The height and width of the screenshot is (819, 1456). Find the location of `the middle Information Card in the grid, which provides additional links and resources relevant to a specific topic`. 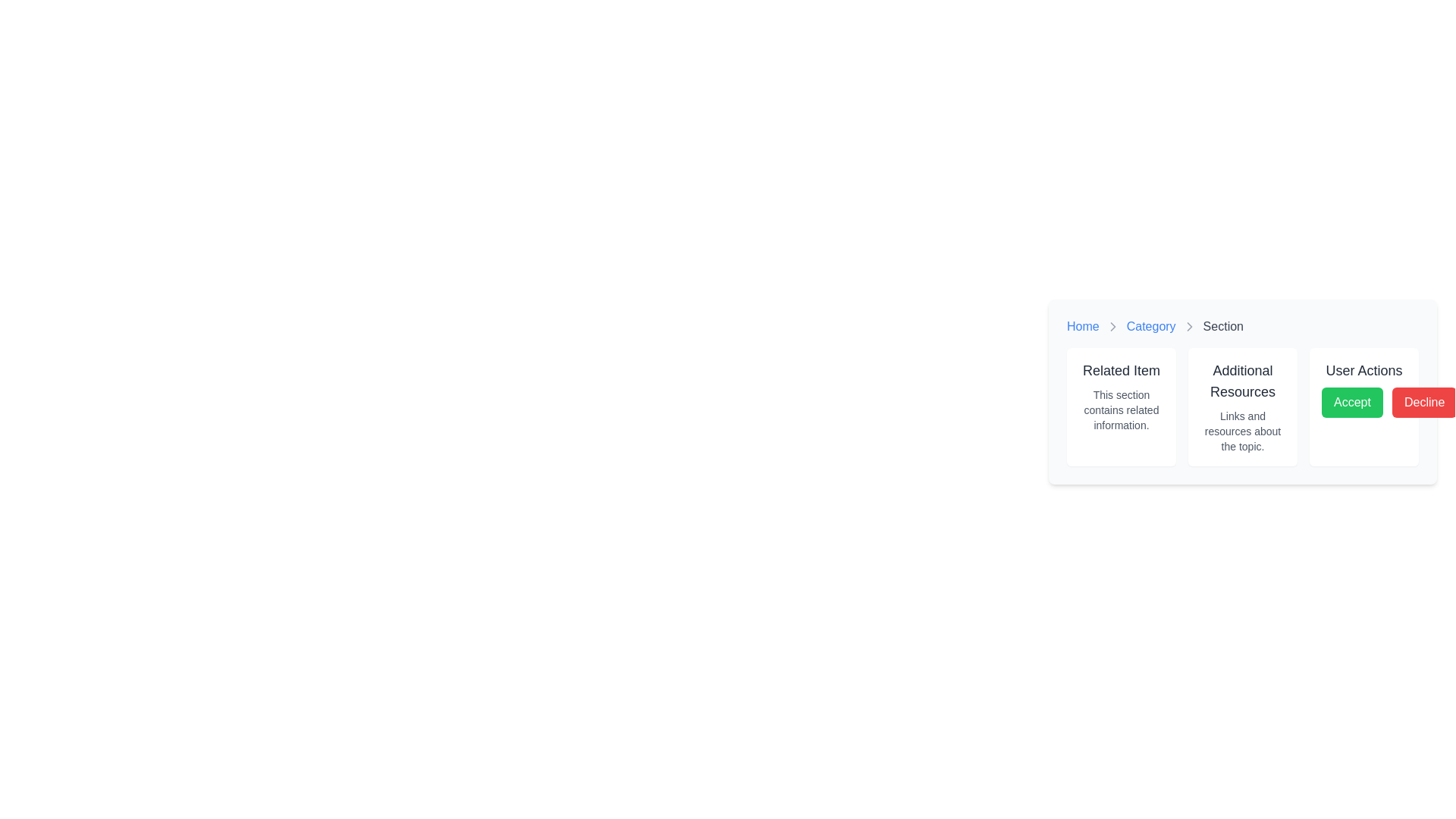

the middle Information Card in the grid, which provides additional links and resources relevant to a specific topic is located at coordinates (1242, 406).